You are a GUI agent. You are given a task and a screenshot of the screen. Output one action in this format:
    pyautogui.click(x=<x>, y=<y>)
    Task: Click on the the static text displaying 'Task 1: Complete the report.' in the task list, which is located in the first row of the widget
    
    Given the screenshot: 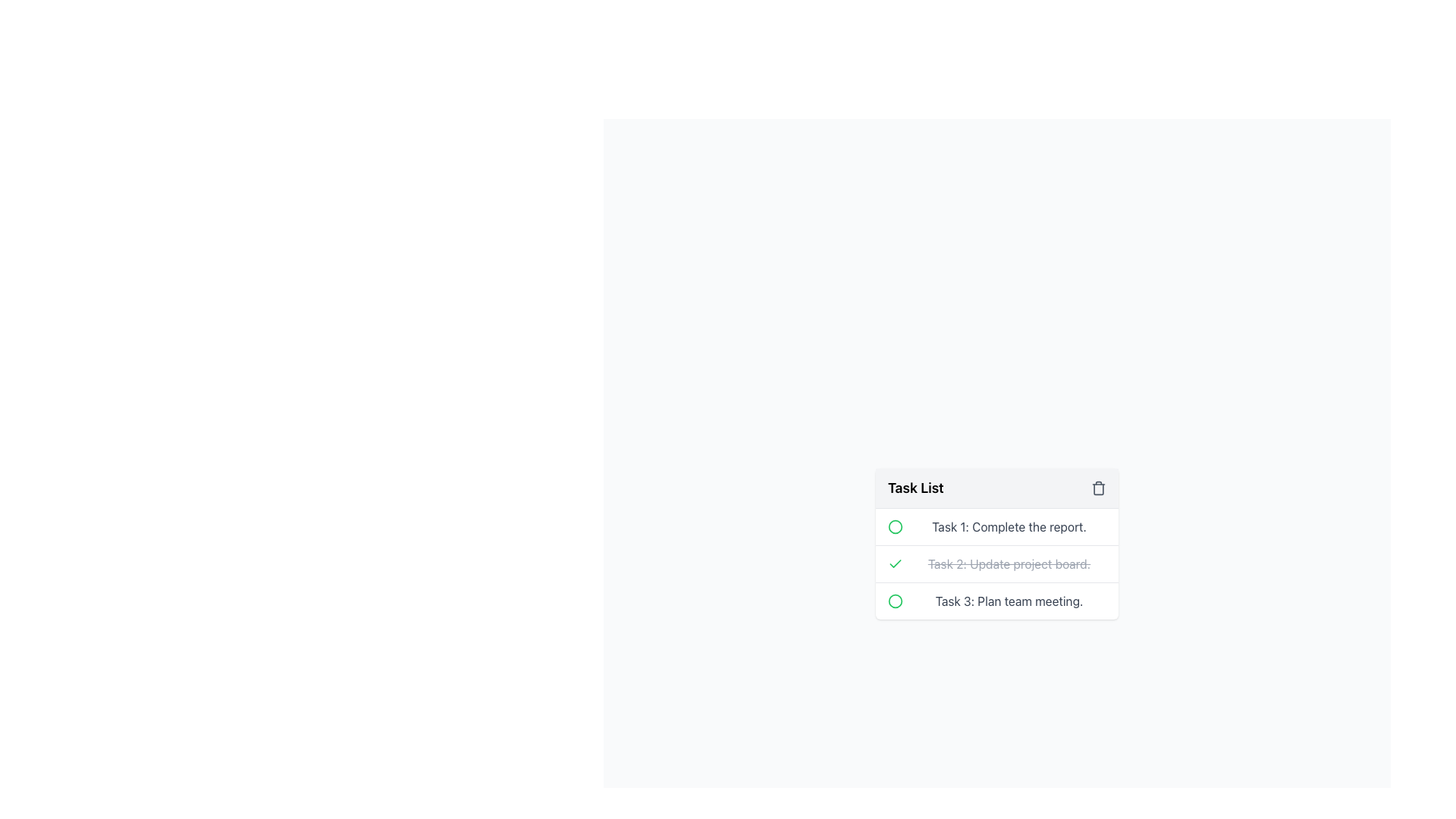 What is the action you would take?
    pyautogui.click(x=1009, y=526)
    